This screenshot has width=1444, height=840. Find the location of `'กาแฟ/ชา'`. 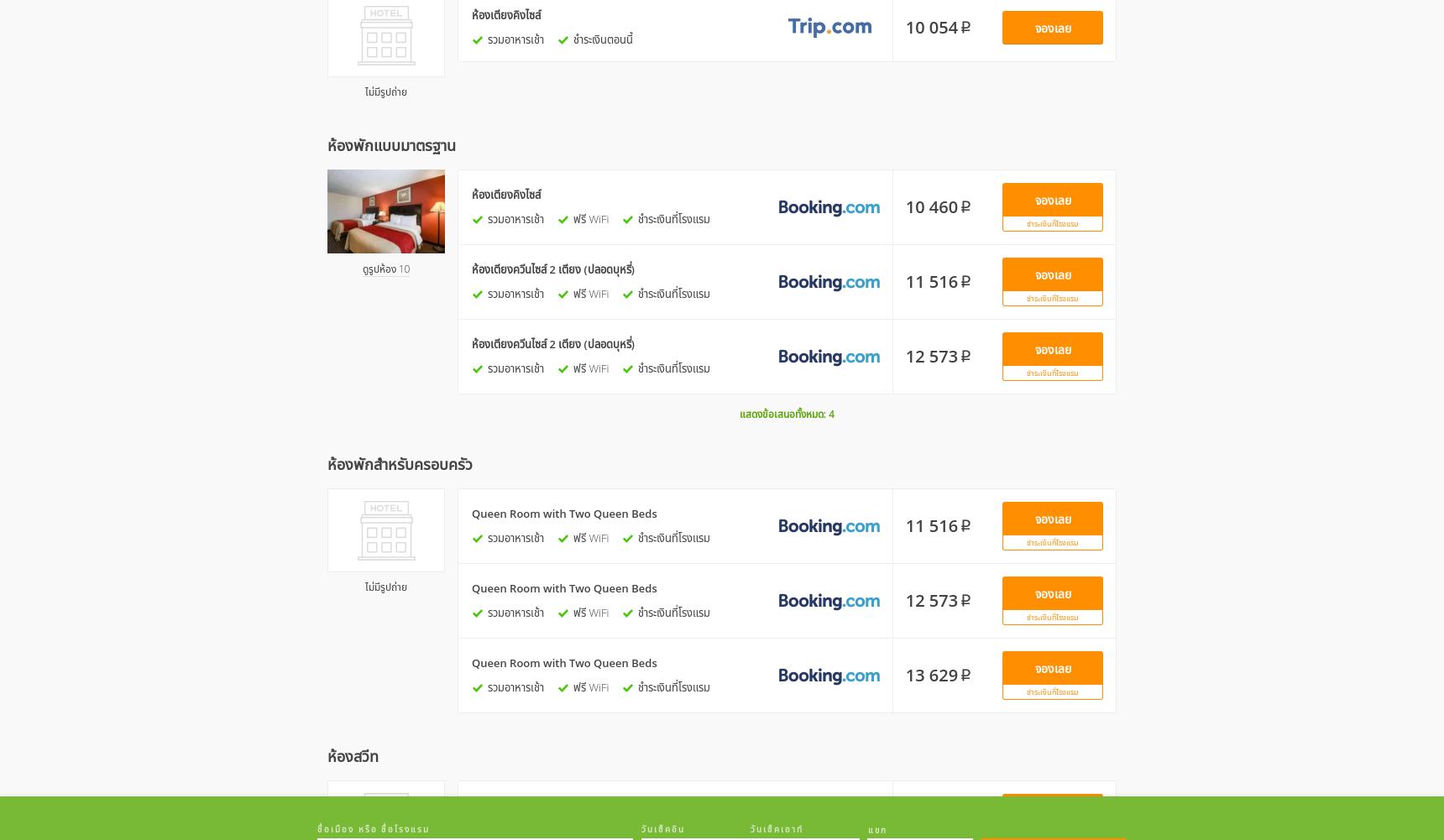

'กาแฟ/ชา' is located at coordinates (855, 178).